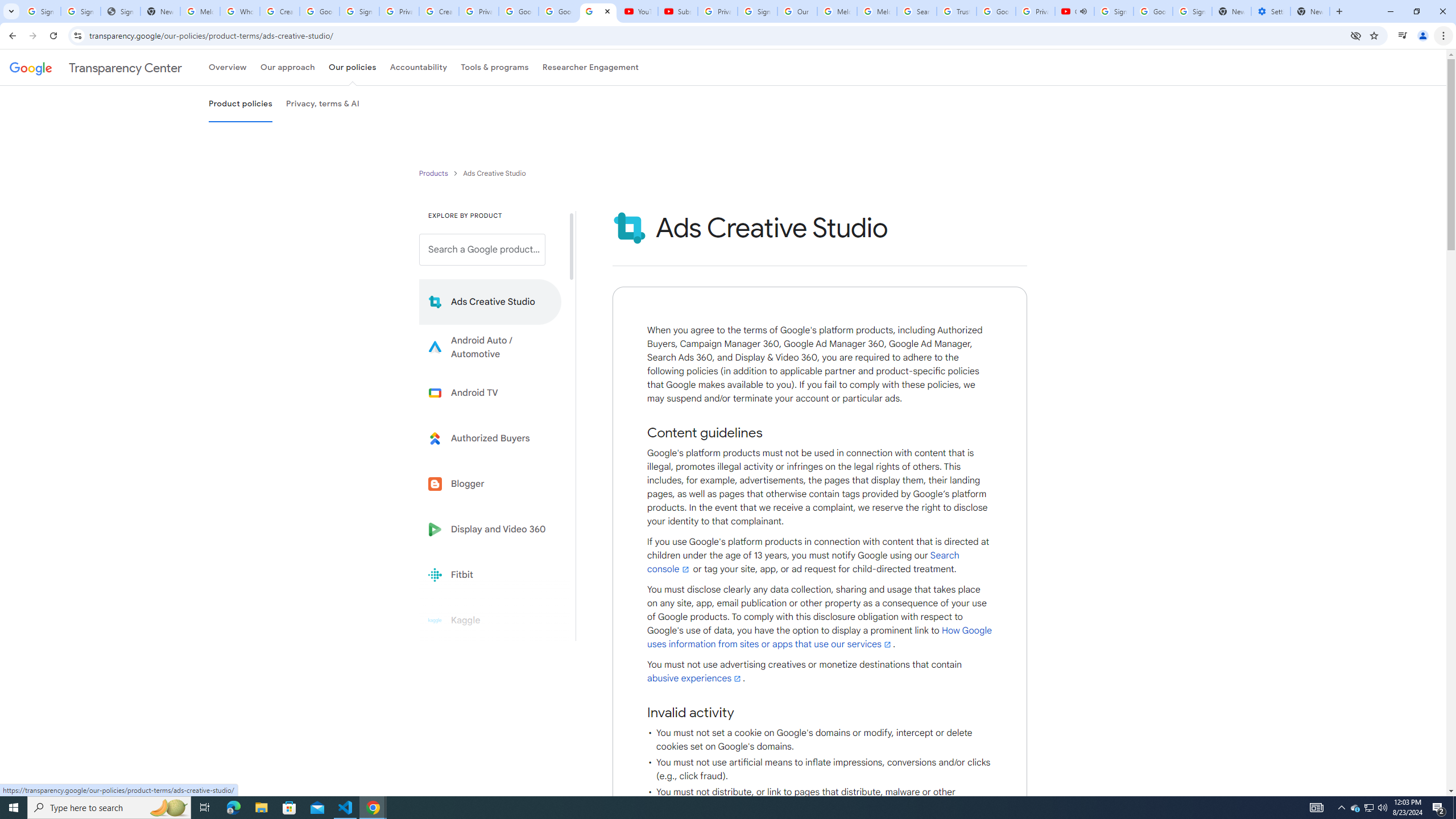  I want to click on 'Trusted Information and Content - Google Safety Center', so click(955, 11).